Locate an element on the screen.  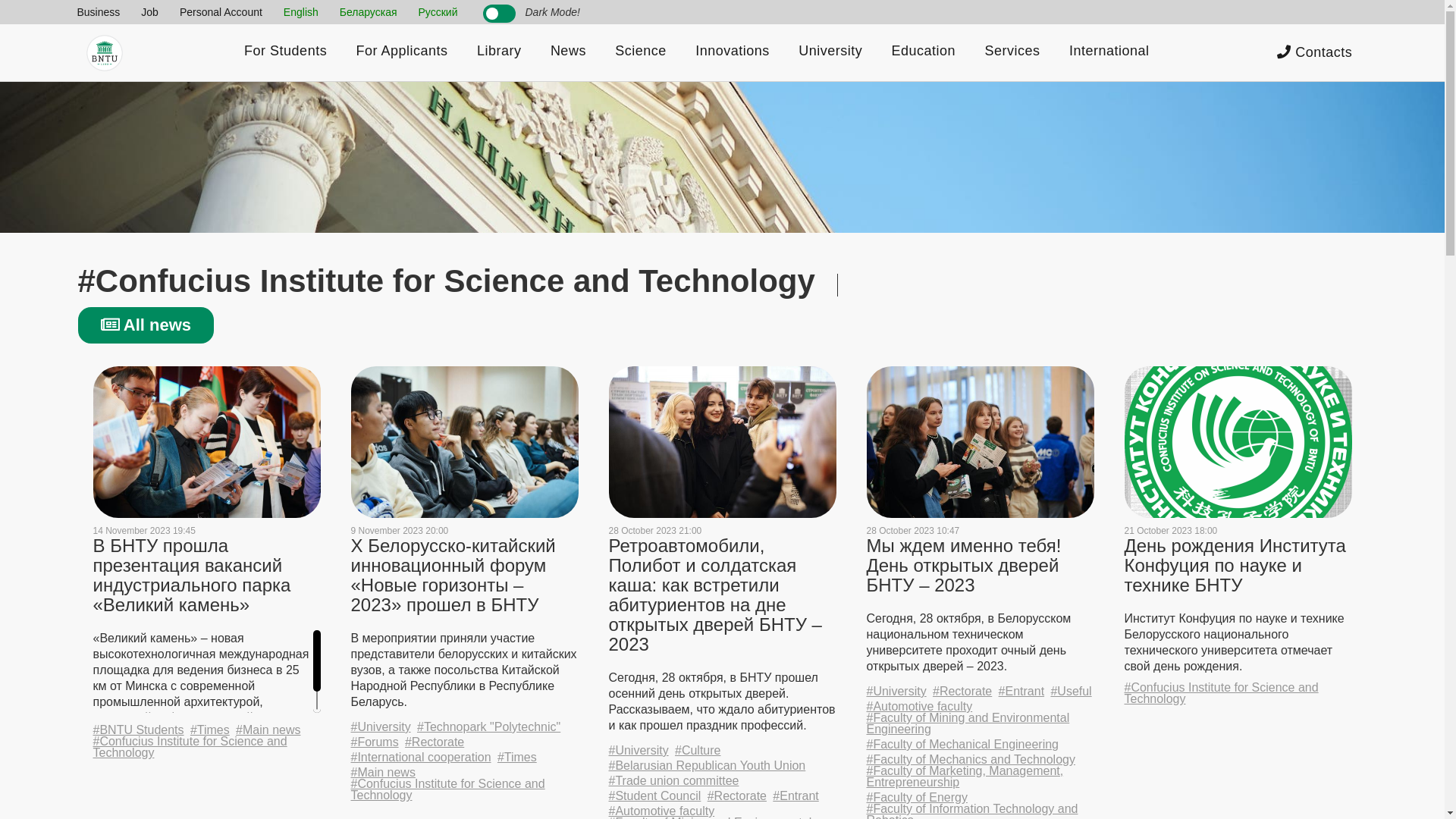
'#Culture' is located at coordinates (697, 749).